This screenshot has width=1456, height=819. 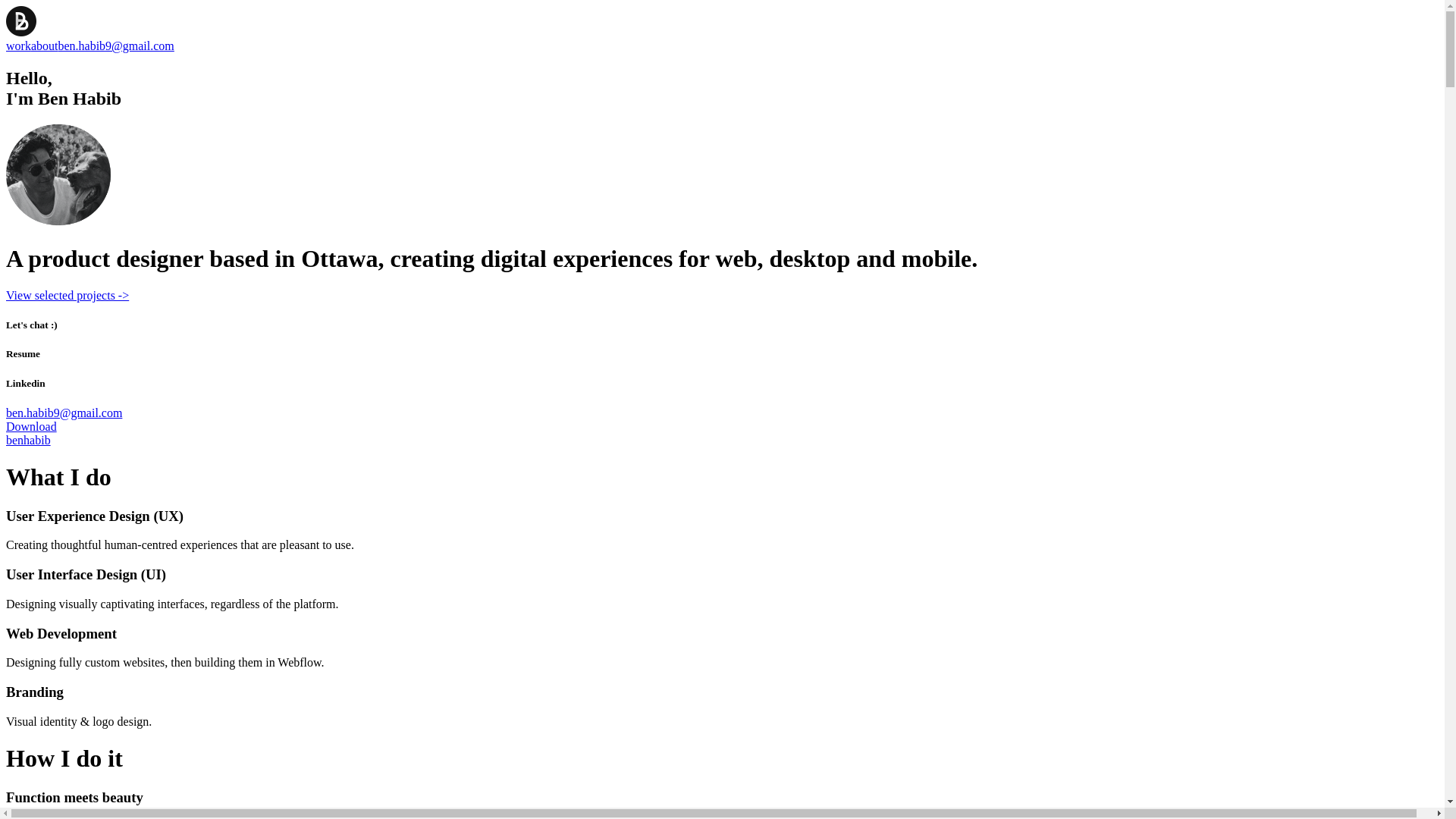 I want to click on 'about', so click(x=44, y=45).